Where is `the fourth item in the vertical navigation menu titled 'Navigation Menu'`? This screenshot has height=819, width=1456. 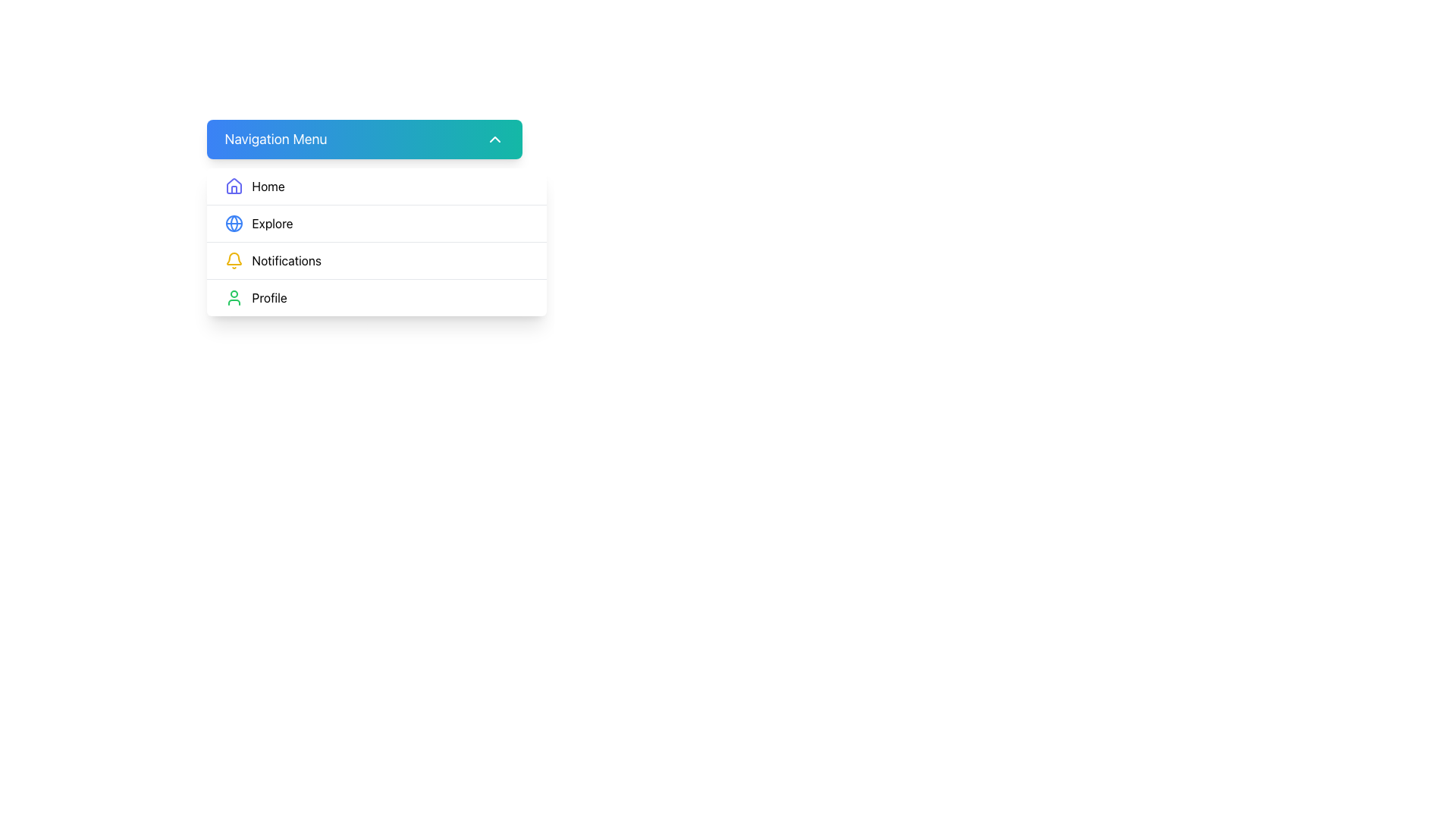 the fourth item in the vertical navigation menu titled 'Navigation Menu' is located at coordinates (376, 297).